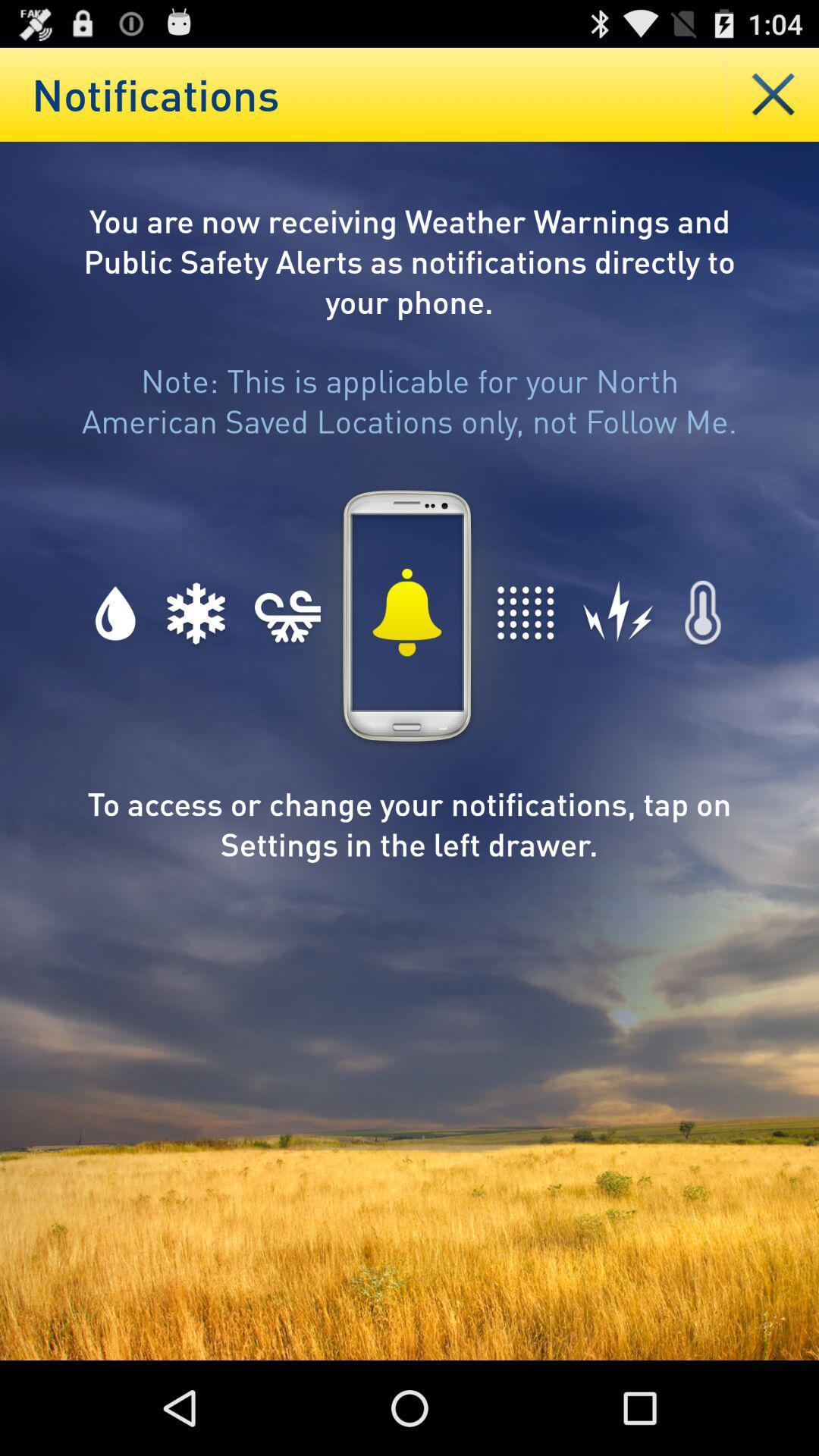  I want to click on delate, so click(773, 93).